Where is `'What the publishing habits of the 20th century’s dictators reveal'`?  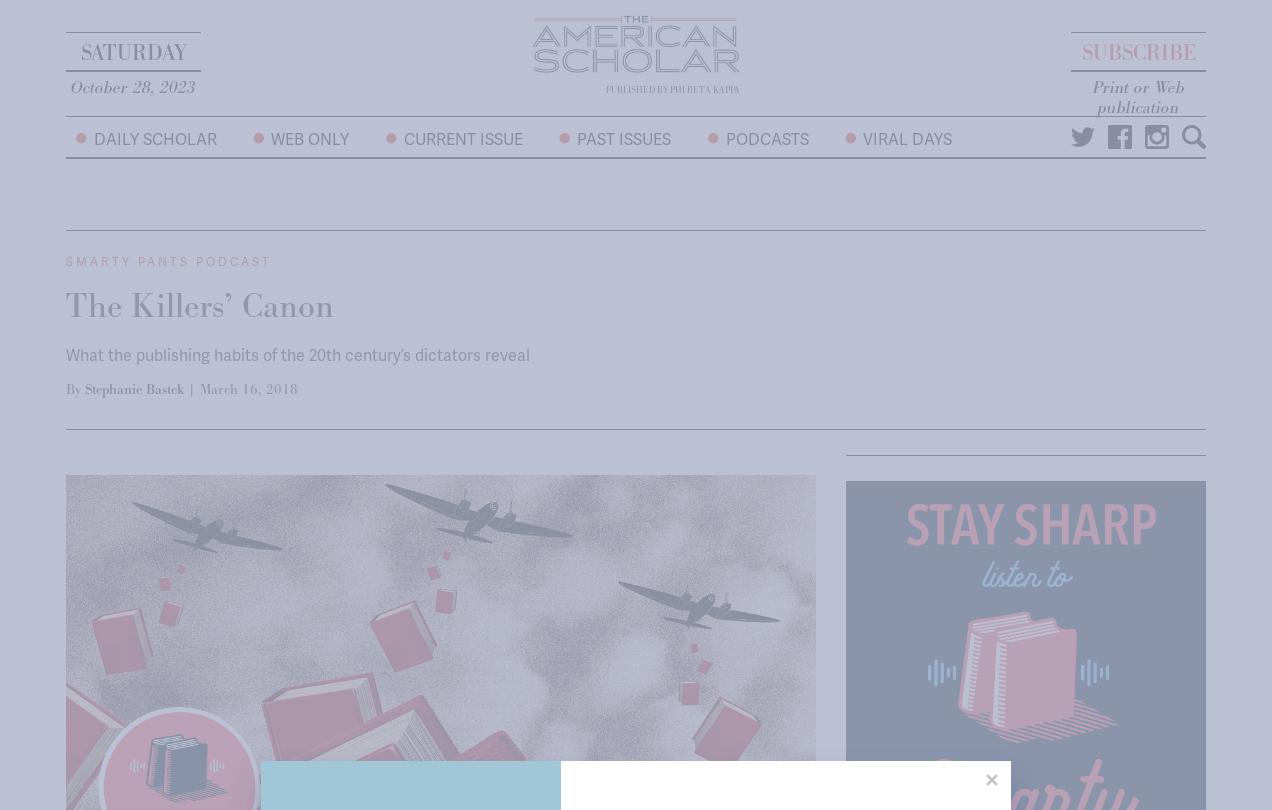 'What the publishing habits of the 20th century’s dictators reveal' is located at coordinates (298, 354).